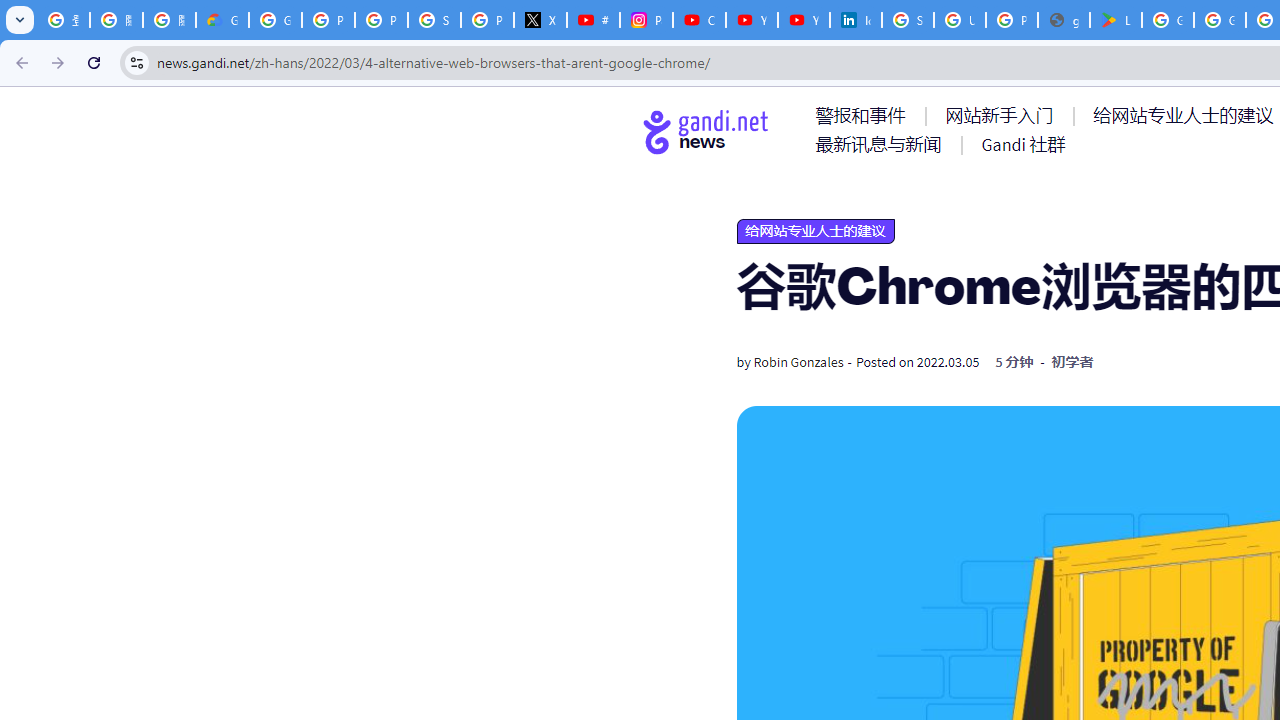 The image size is (1280, 720). I want to click on 'YouTube Culture & Trends - YouTube Top 10, 2021', so click(803, 20).